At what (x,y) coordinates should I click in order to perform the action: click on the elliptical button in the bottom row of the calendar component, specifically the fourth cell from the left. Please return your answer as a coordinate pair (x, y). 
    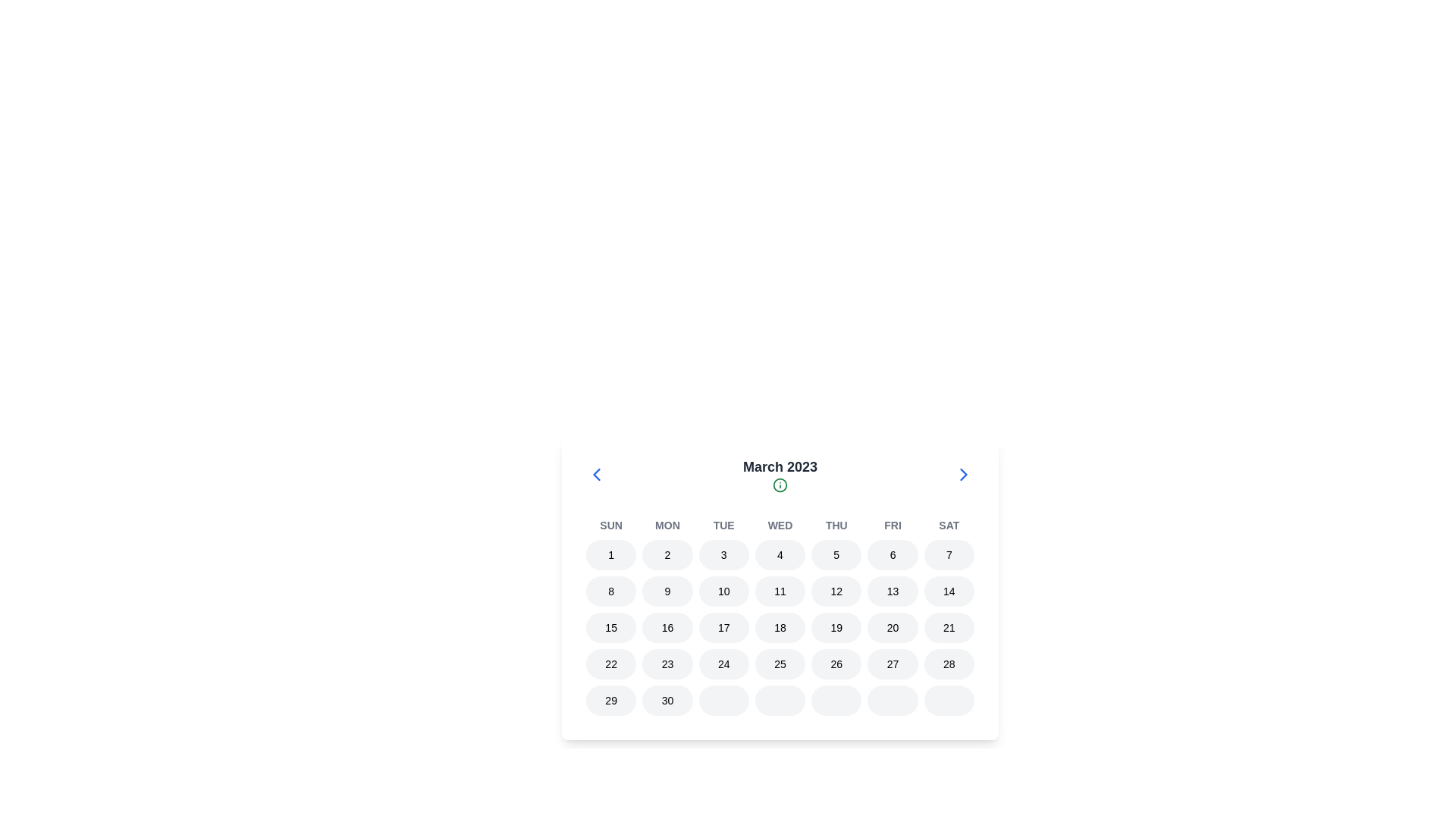
    Looking at the image, I should click on (780, 701).